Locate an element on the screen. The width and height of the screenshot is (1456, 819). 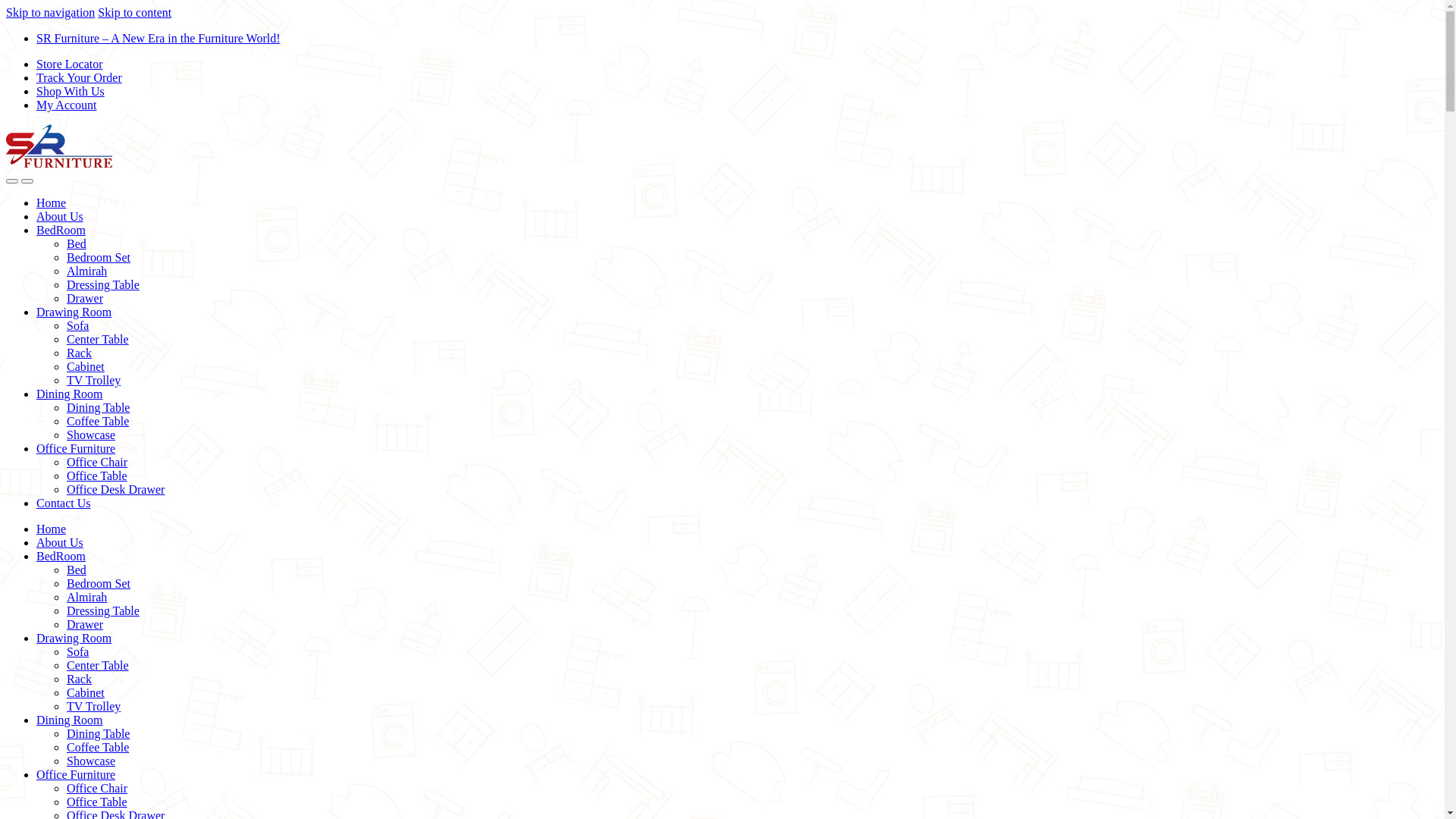
'Drawing Room' is located at coordinates (36, 311).